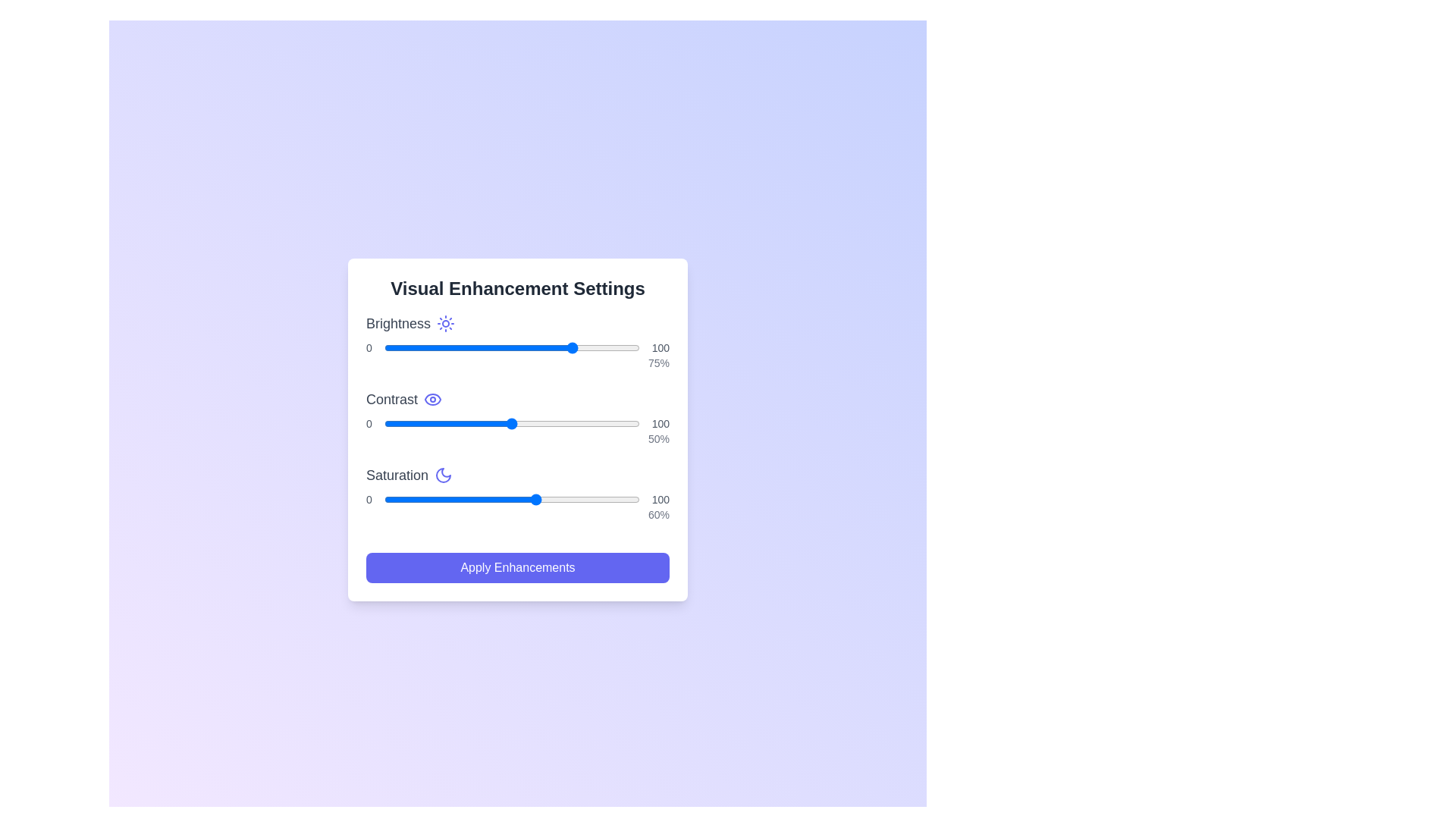 Image resolution: width=1456 pixels, height=819 pixels. Describe the element at coordinates (402, 424) in the screenshot. I see `the contrast slider to set the contrast to 7%` at that location.